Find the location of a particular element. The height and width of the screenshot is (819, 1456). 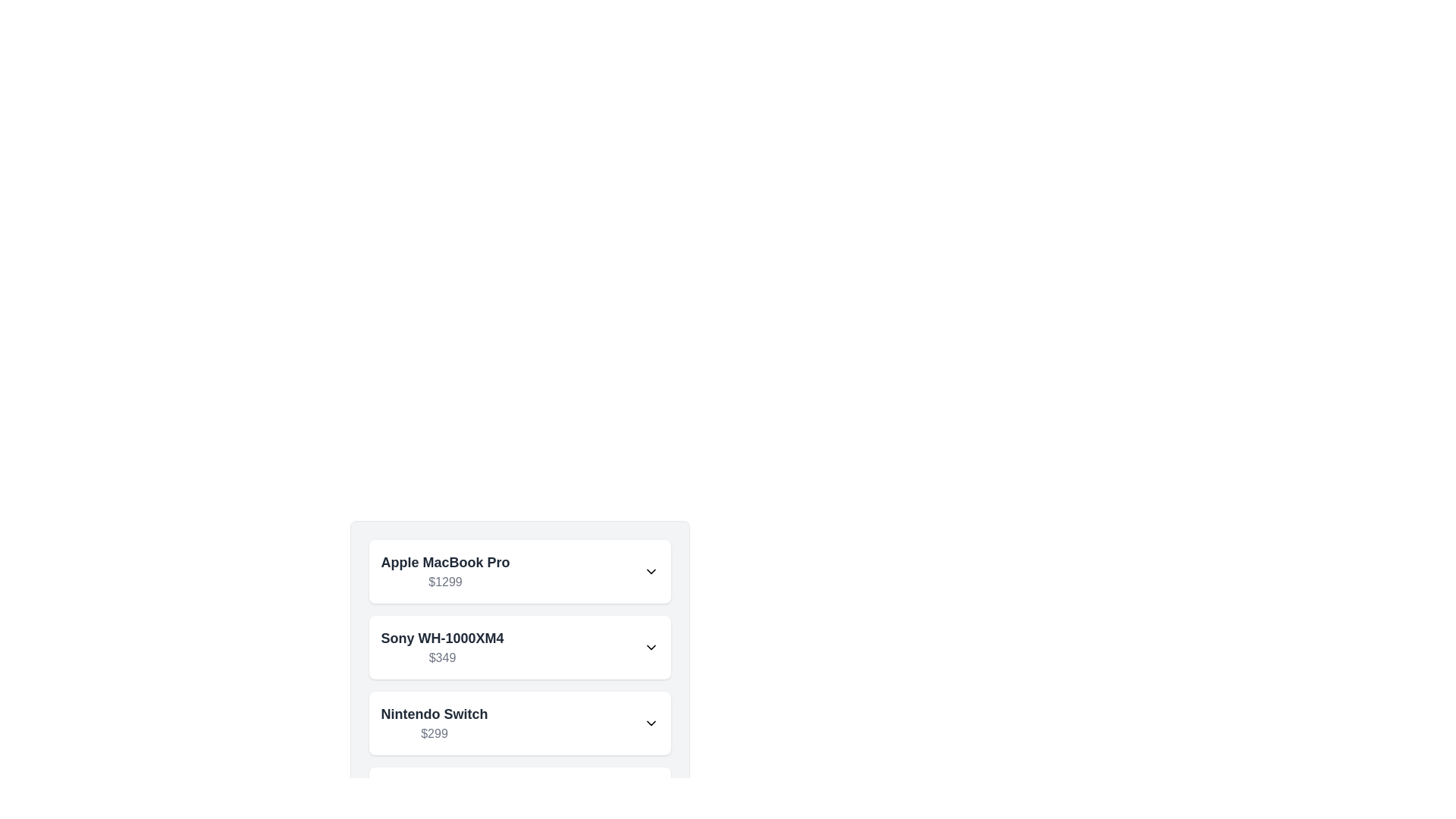

the text block displaying 'Nintendo Switch' and its price '$299', which is the third item in a vertical list of products is located at coordinates (433, 722).